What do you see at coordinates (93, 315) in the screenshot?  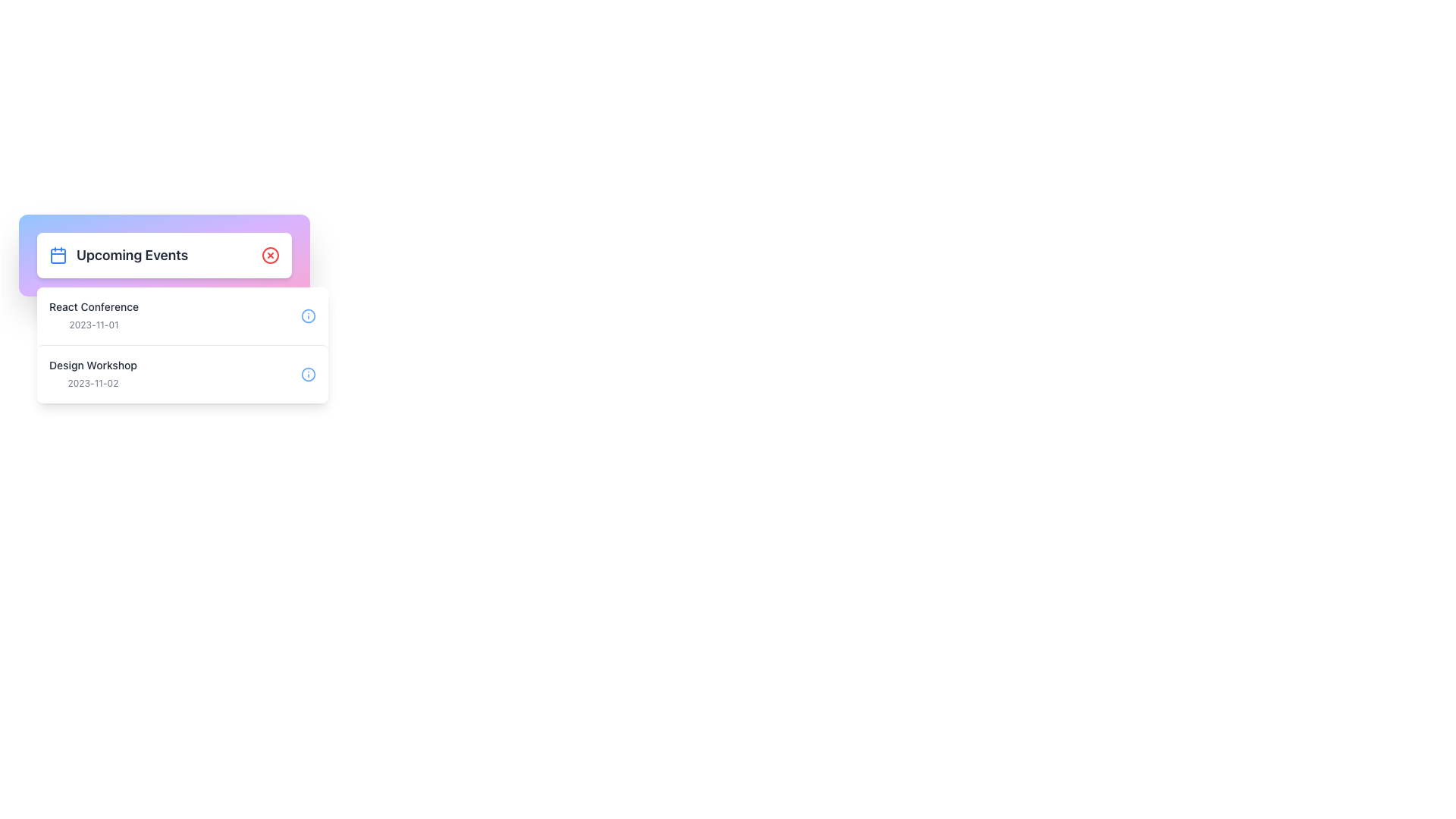 I see `the Composite UI element containing the text 'React Conference' and '2023-11-01'` at bounding box center [93, 315].